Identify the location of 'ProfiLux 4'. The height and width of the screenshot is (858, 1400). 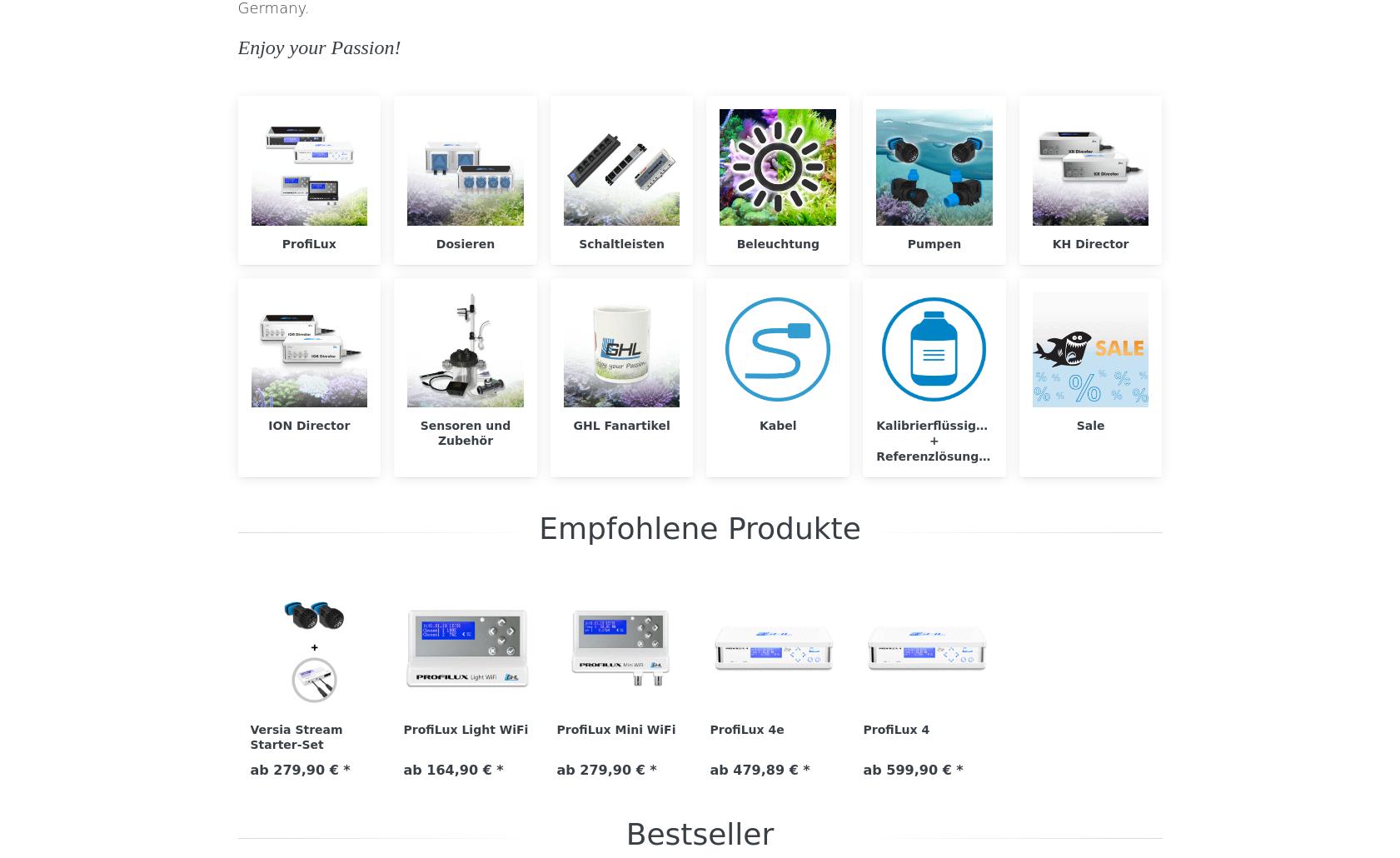
(896, 728).